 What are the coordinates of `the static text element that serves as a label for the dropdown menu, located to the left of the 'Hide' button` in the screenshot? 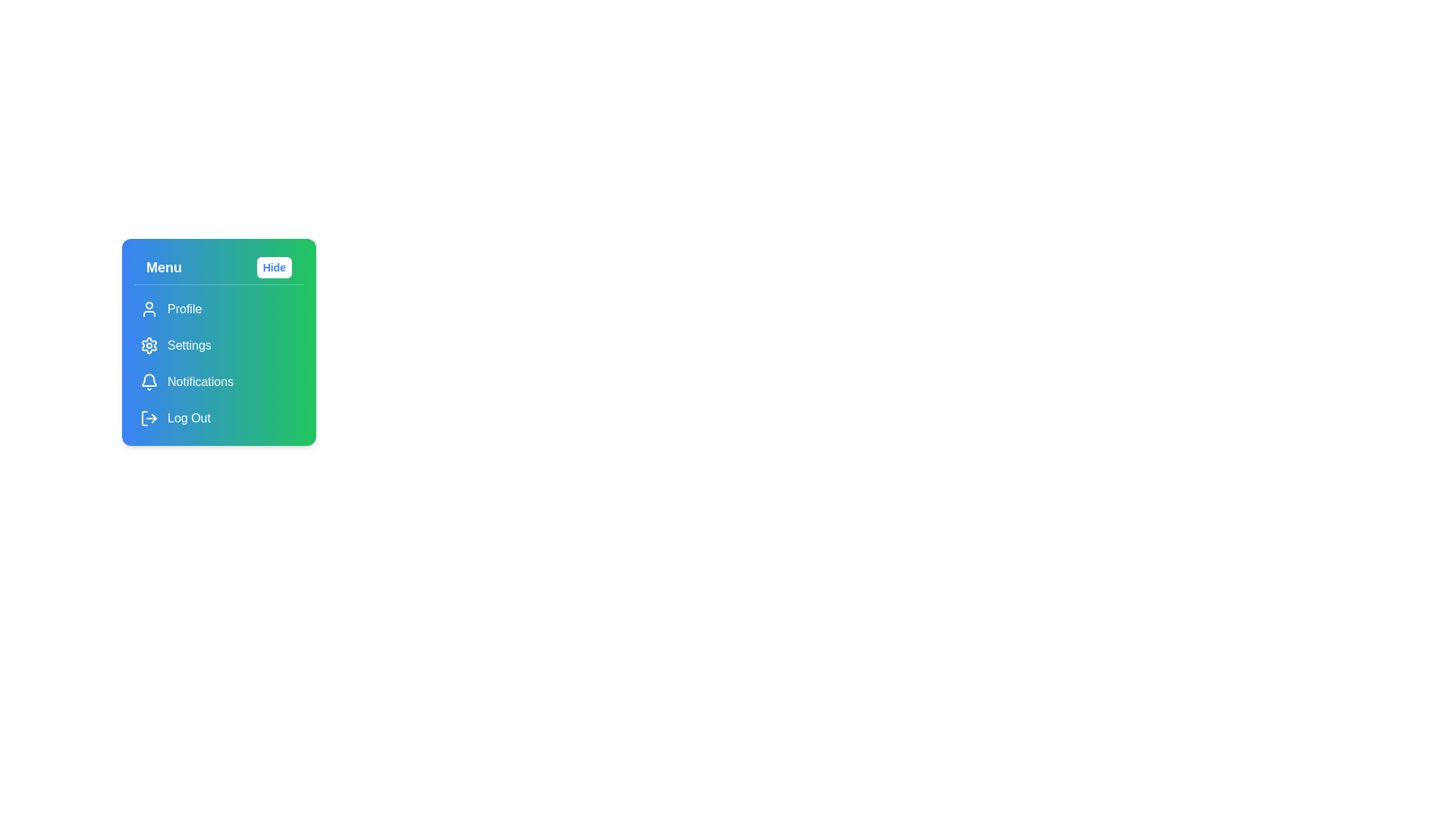 It's located at (164, 267).